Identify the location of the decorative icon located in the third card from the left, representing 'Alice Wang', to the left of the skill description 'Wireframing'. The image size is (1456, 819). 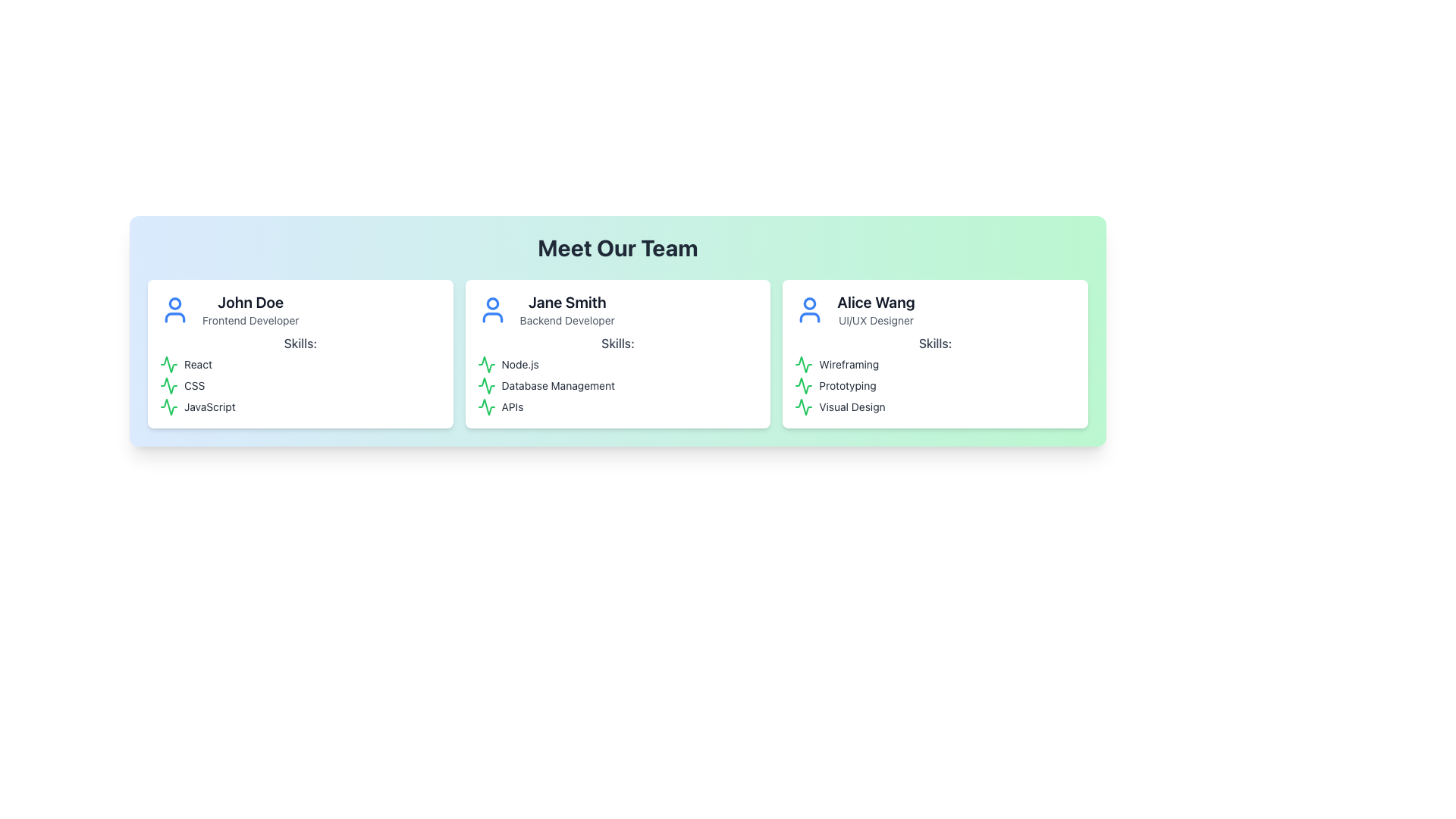
(803, 365).